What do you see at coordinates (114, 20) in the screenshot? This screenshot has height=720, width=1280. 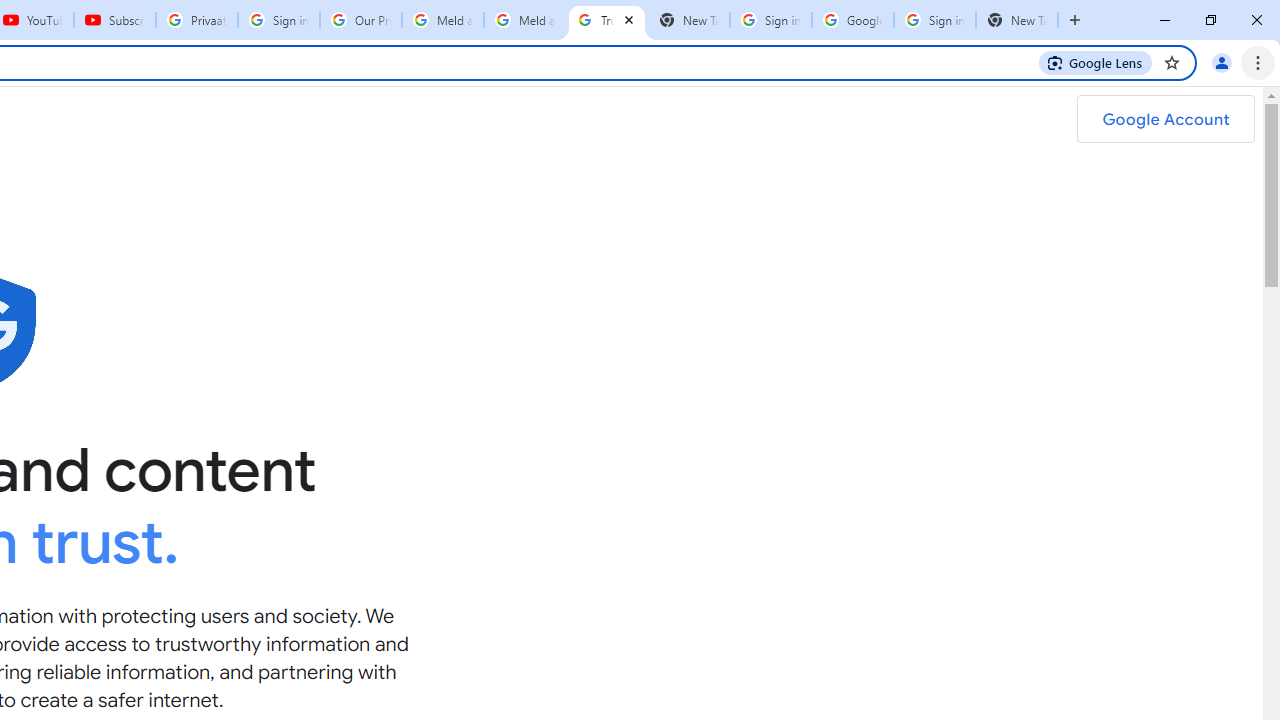 I see `'Subscriptions - YouTube'` at bounding box center [114, 20].